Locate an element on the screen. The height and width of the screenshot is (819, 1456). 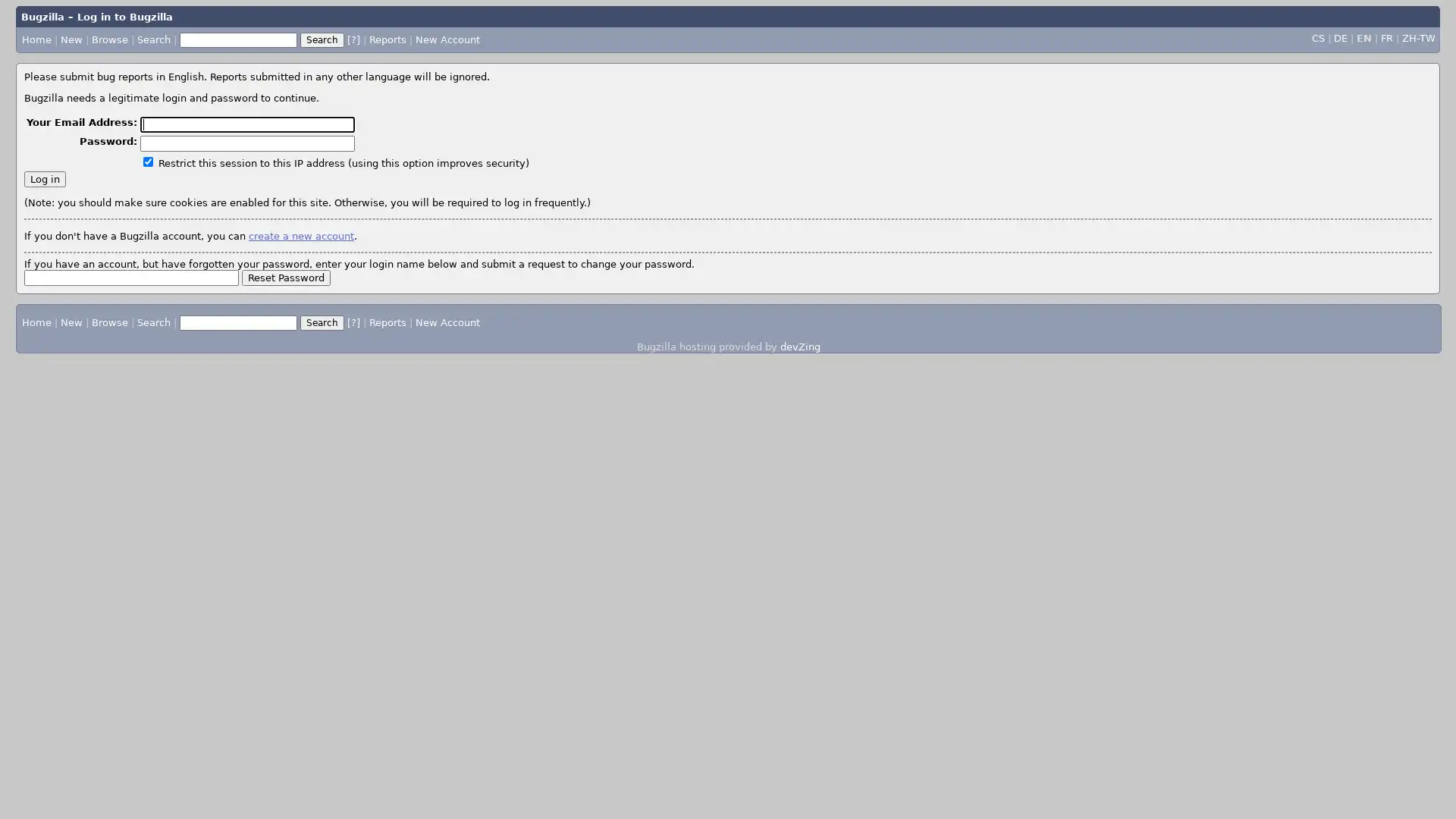
Search is located at coordinates (322, 321).